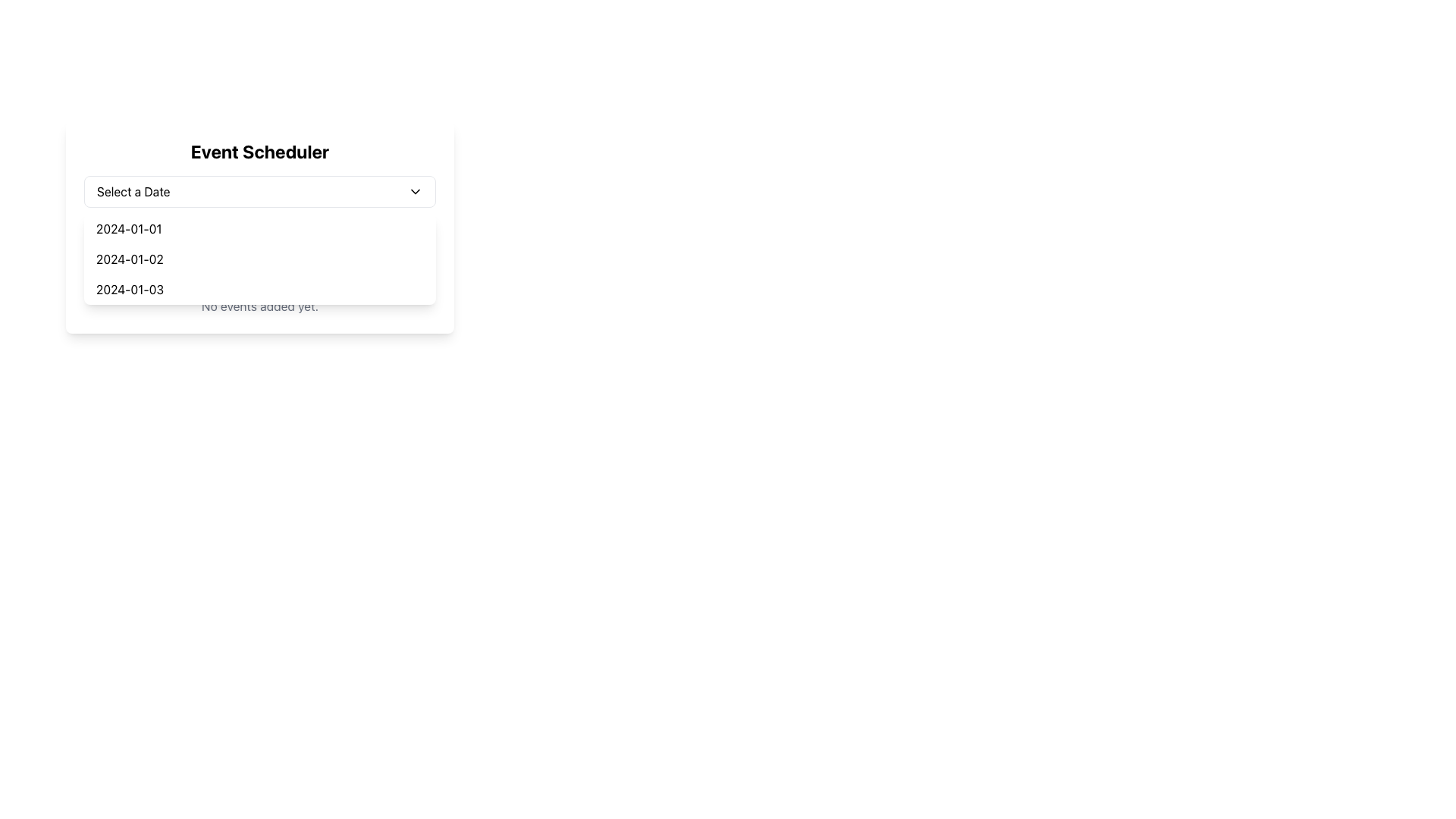  What do you see at coordinates (259, 289) in the screenshot?
I see `the list item displaying '2024-01-03' in the dropdown menu` at bounding box center [259, 289].